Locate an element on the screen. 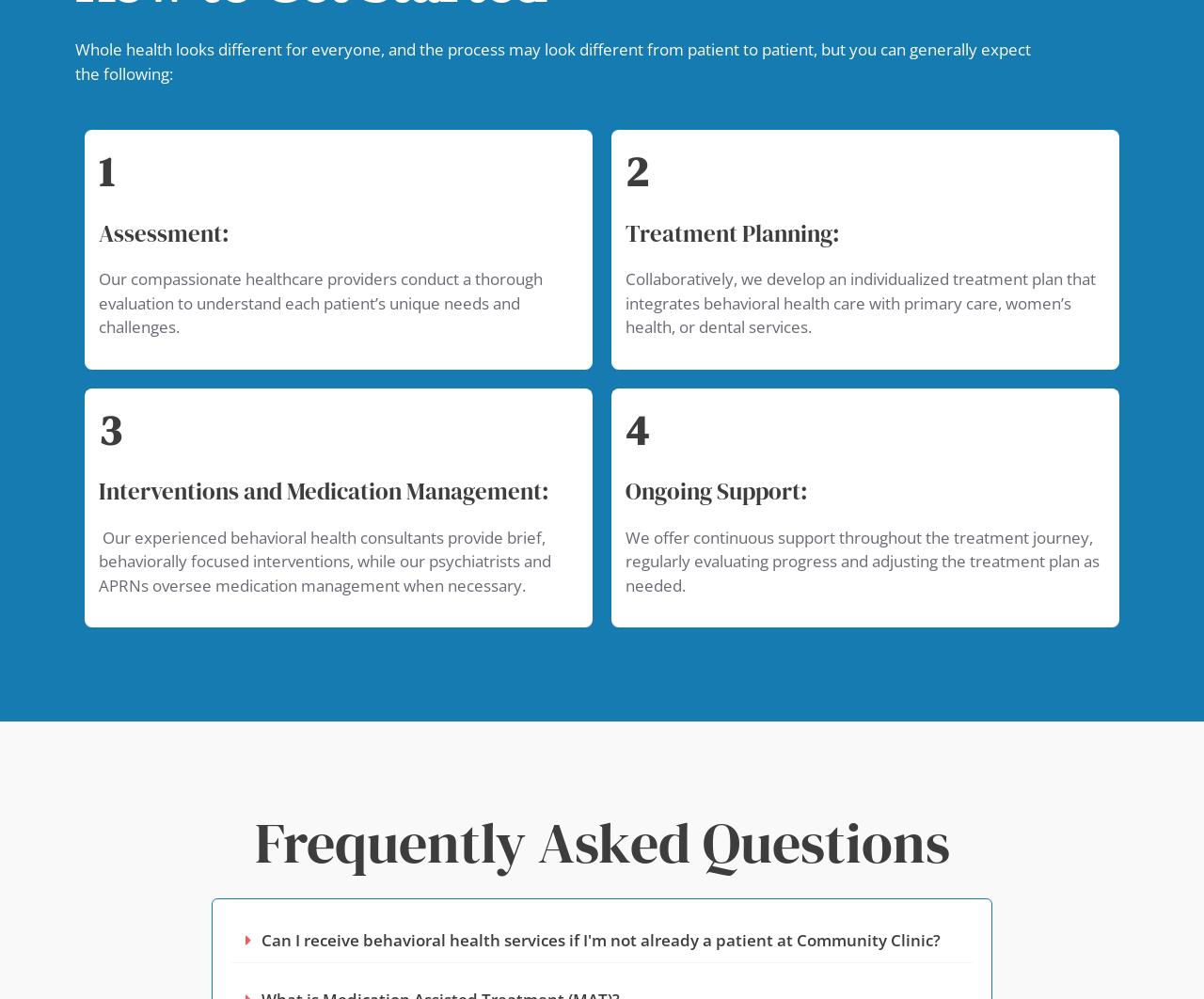 Image resolution: width=1204 pixels, height=999 pixels. 'Interventions and Medication Management:' is located at coordinates (324, 489).